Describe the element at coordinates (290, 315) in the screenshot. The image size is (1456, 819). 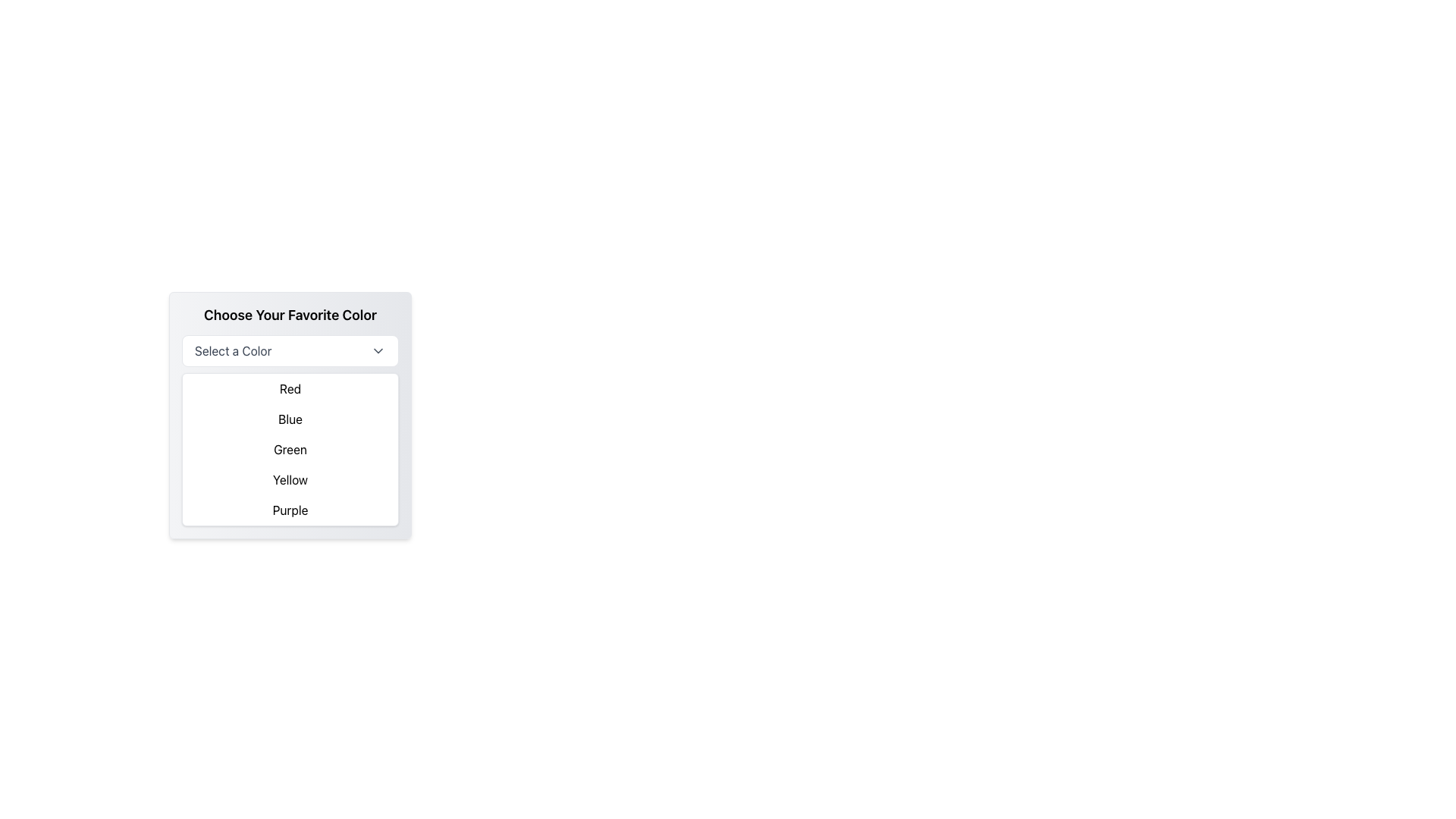
I see `the Text Label element that displays 'Choose Your Favorite Color', located at the top center of the UI card, above the 'Select a Color' dropdown` at that location.